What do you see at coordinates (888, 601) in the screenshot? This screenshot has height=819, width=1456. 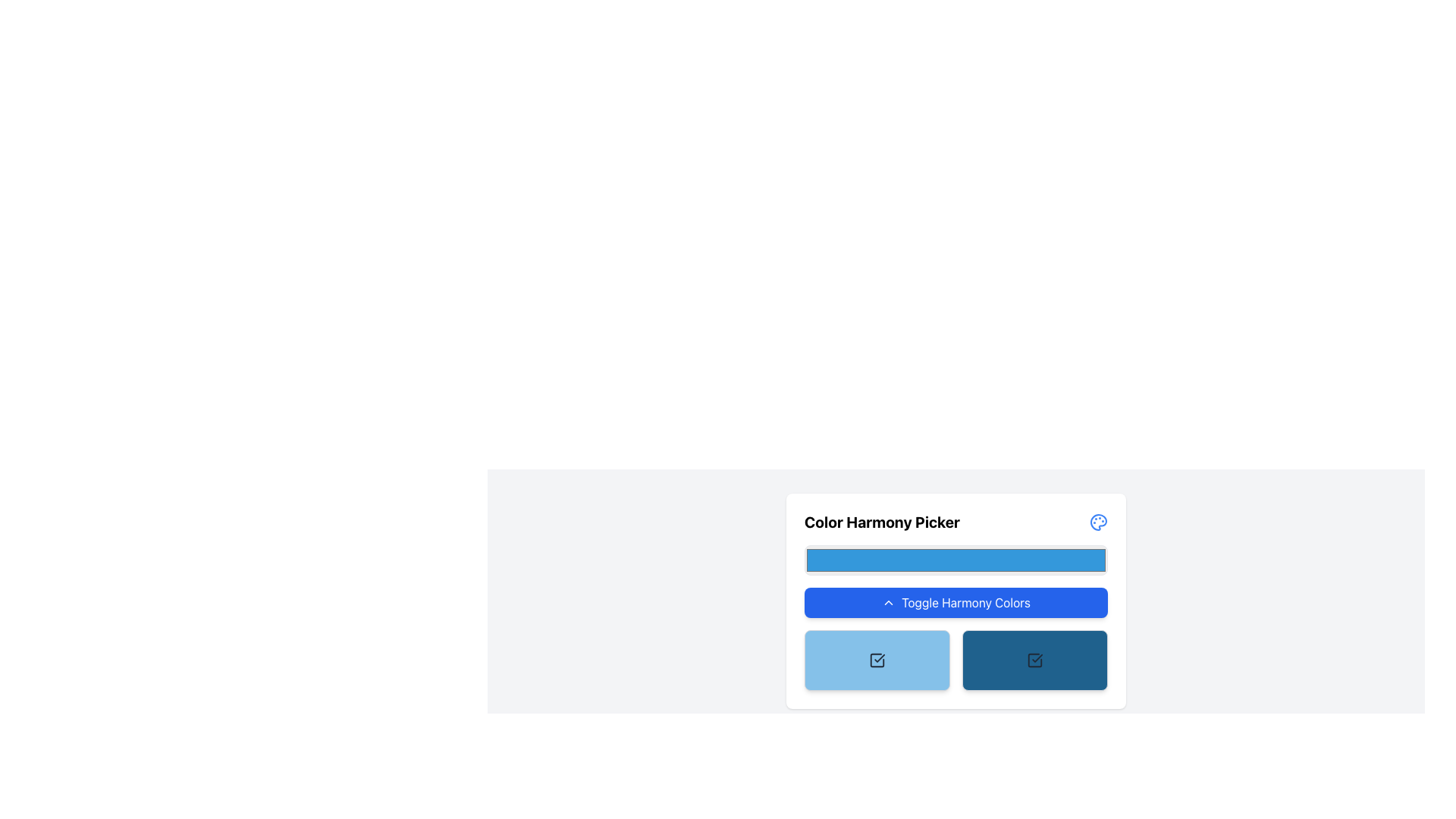 I see `the inverted chevron icon within the blue button labeled 'Toggle Harmony Colors'` at bounding box center [888, 601].